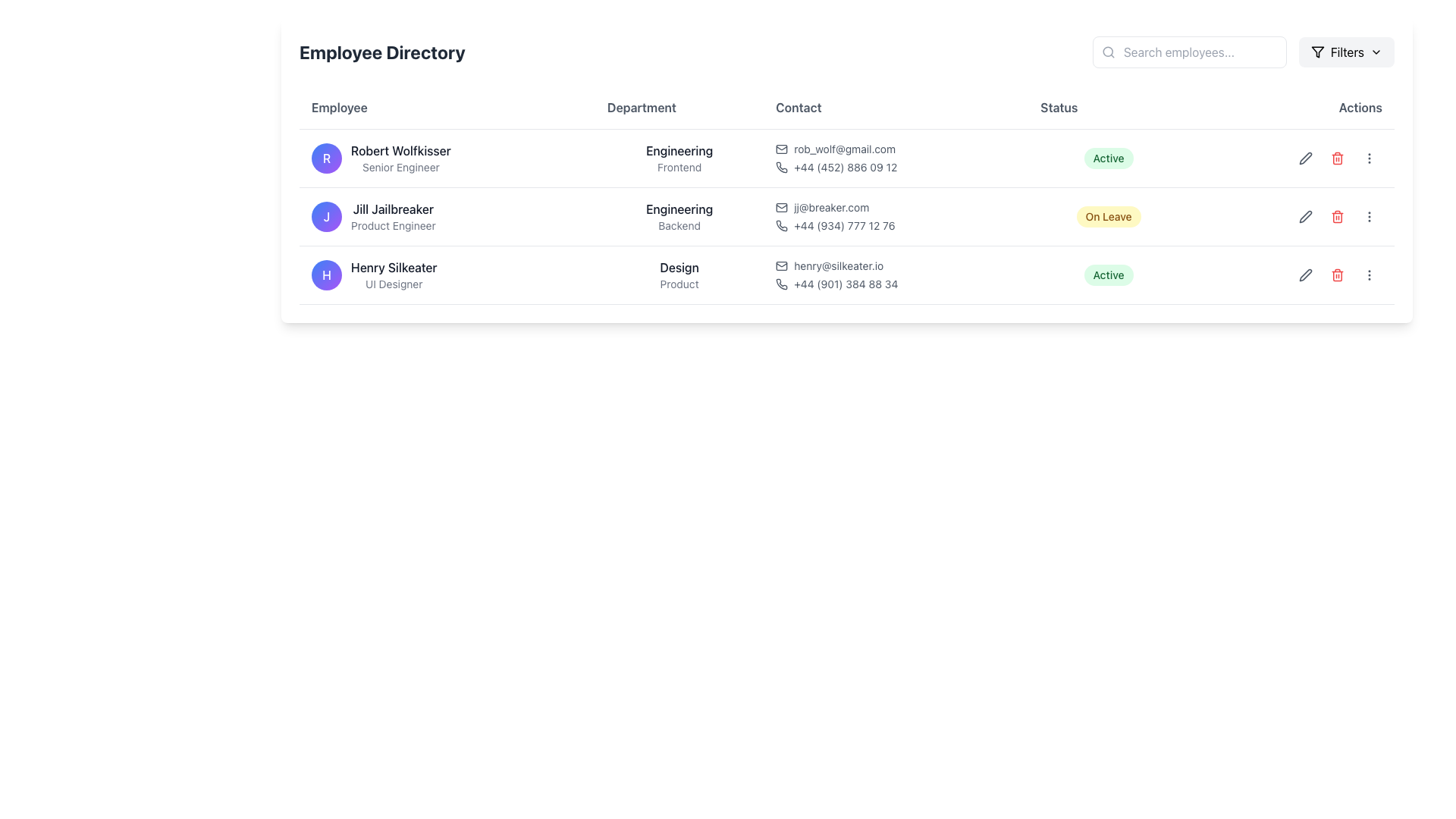 This screenshot has height=819, width=1456. I want to click on the circular Avatar element with a radial gradient color scheme and a bold 'H' centered within it, located next to 'Henry Silkeater', the third item in the 'Employee Directory', so click(326, 275).